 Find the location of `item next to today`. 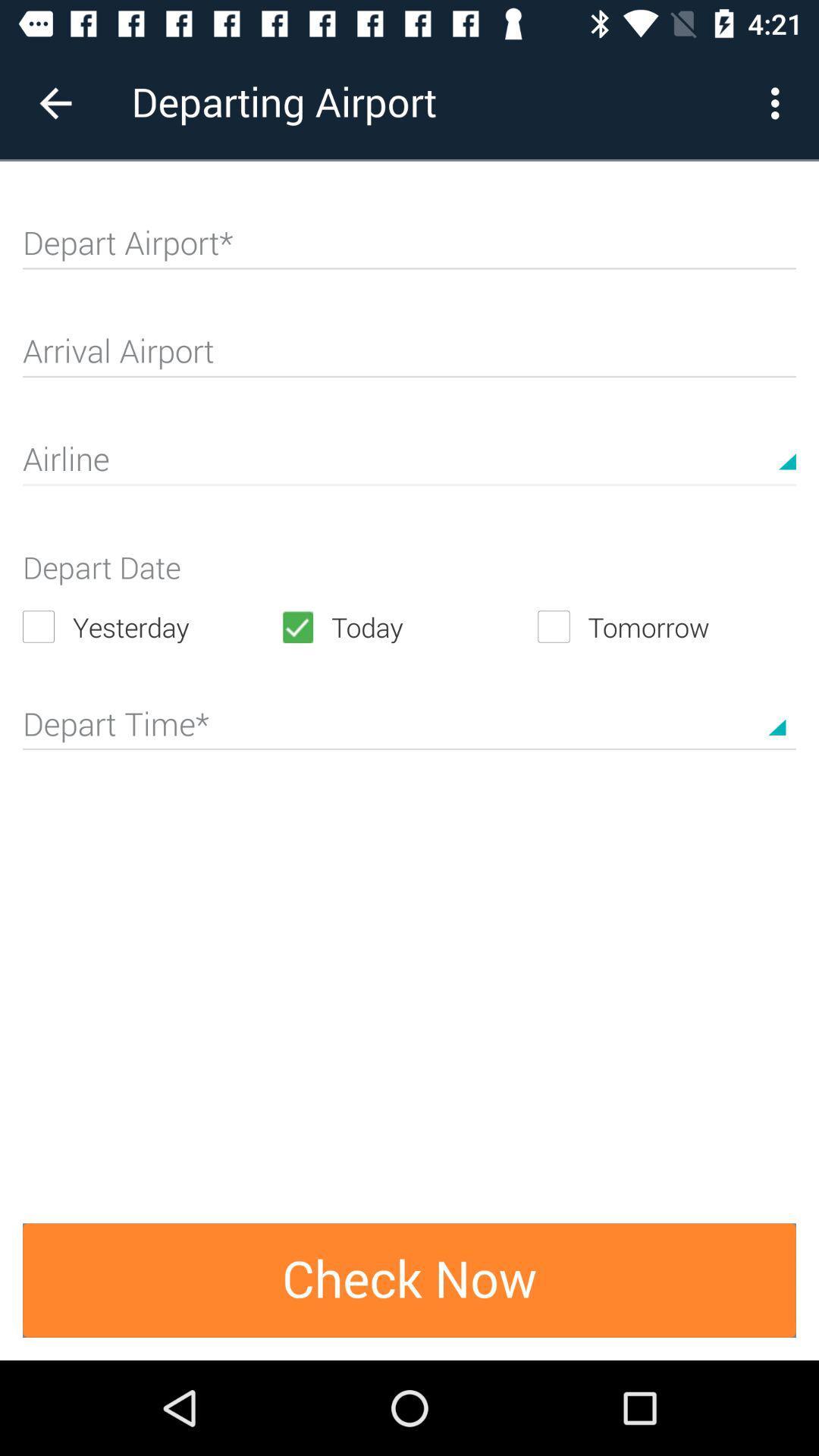

item next to today is located at coordinates (151, 626).